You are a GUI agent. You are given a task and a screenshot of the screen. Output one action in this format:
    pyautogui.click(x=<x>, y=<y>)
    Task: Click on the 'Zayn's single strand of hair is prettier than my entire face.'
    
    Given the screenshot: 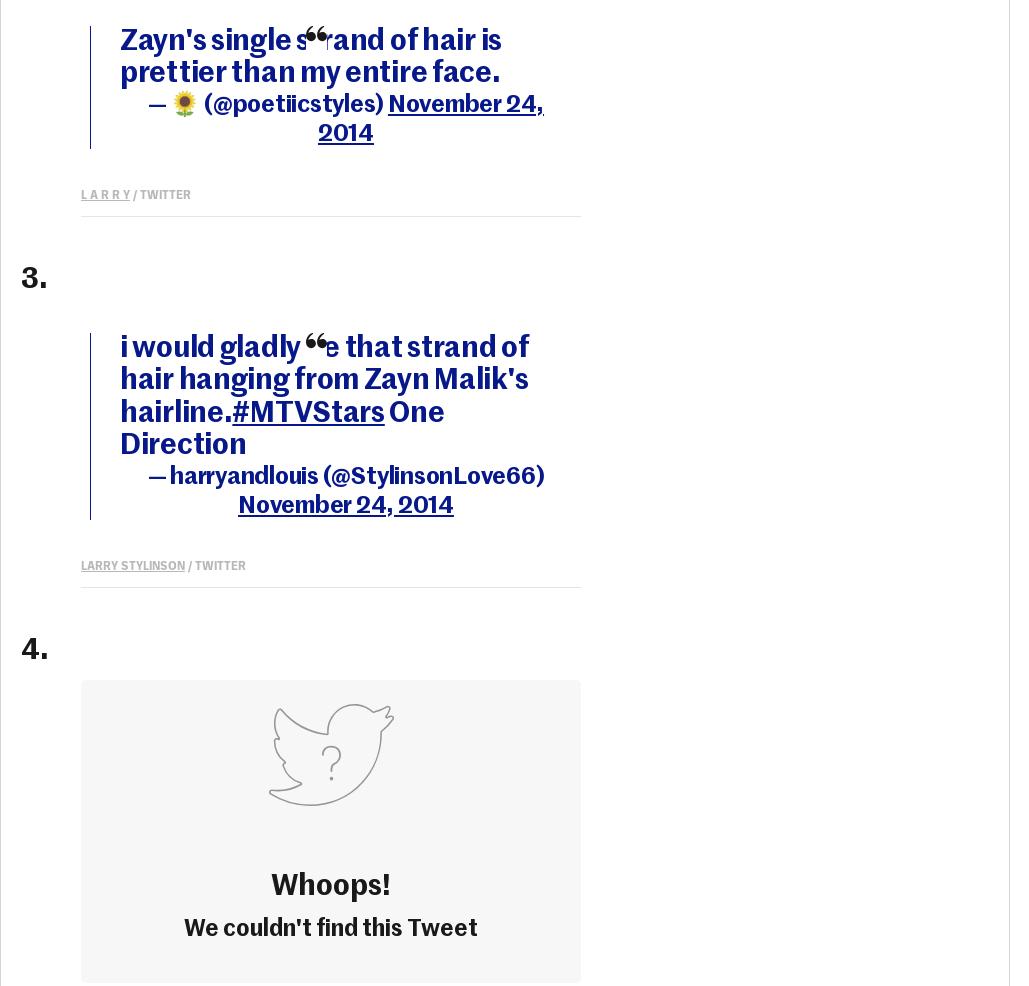 What is the action you would take?
    pyautogui.click(x=118, y=56)
    